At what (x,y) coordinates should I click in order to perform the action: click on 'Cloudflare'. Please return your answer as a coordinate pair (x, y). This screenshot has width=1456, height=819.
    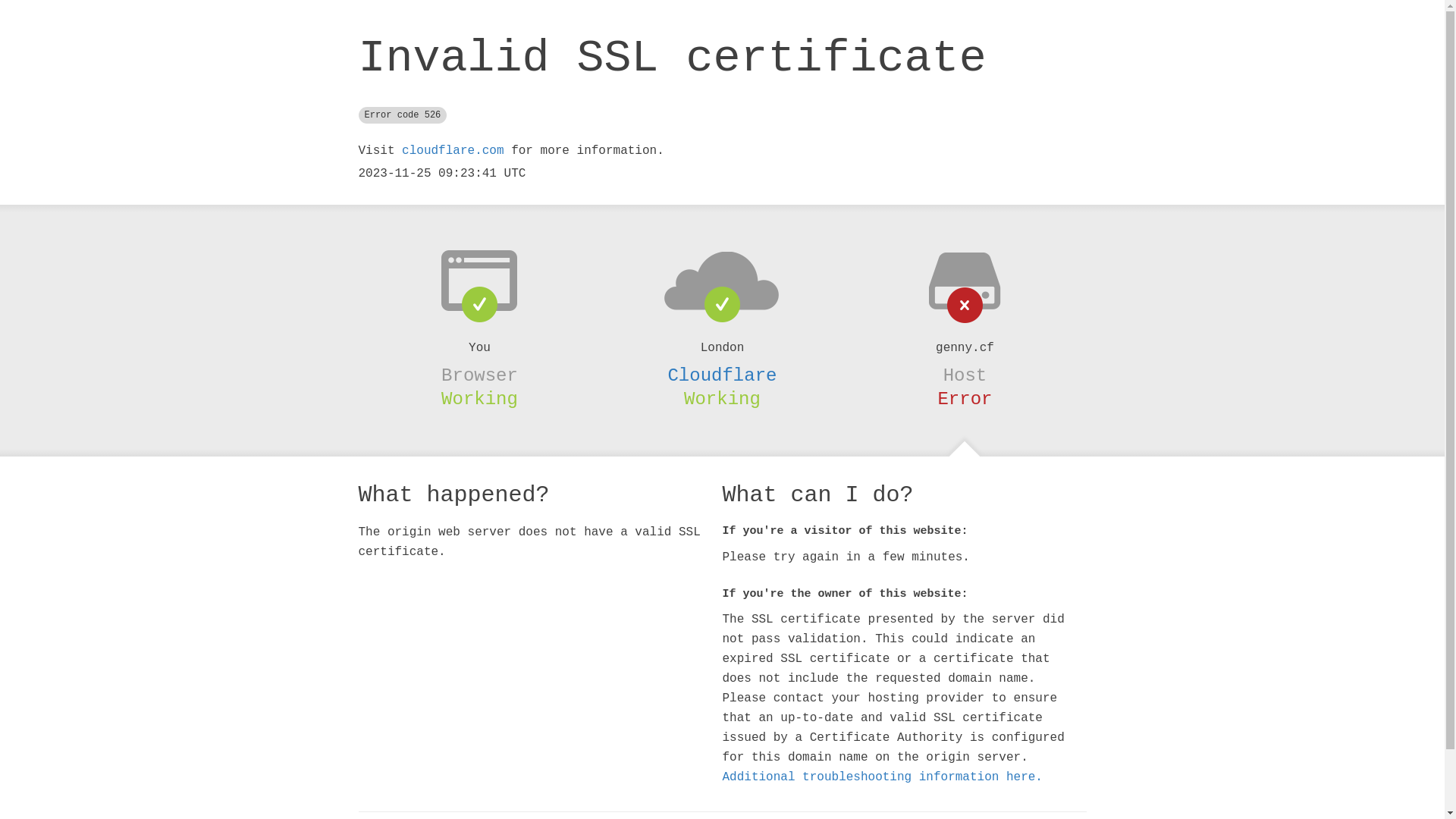
    Looking at the image, I should click on (667, 375).